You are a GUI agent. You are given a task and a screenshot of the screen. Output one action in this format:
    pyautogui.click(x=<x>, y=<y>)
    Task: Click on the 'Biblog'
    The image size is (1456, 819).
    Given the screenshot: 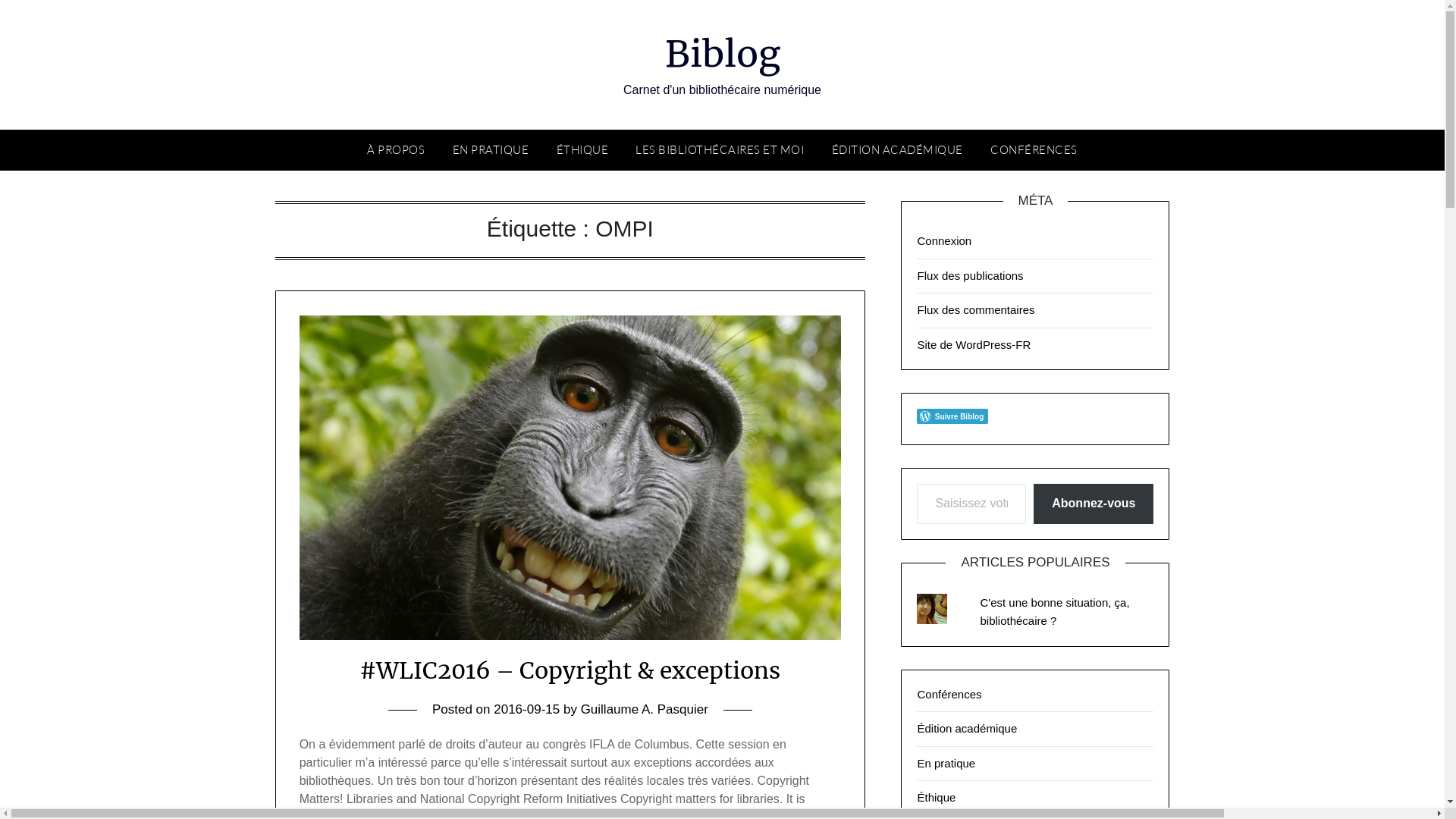 What is the action you would take?
    pyautogui.click(x=720, y=52)
    